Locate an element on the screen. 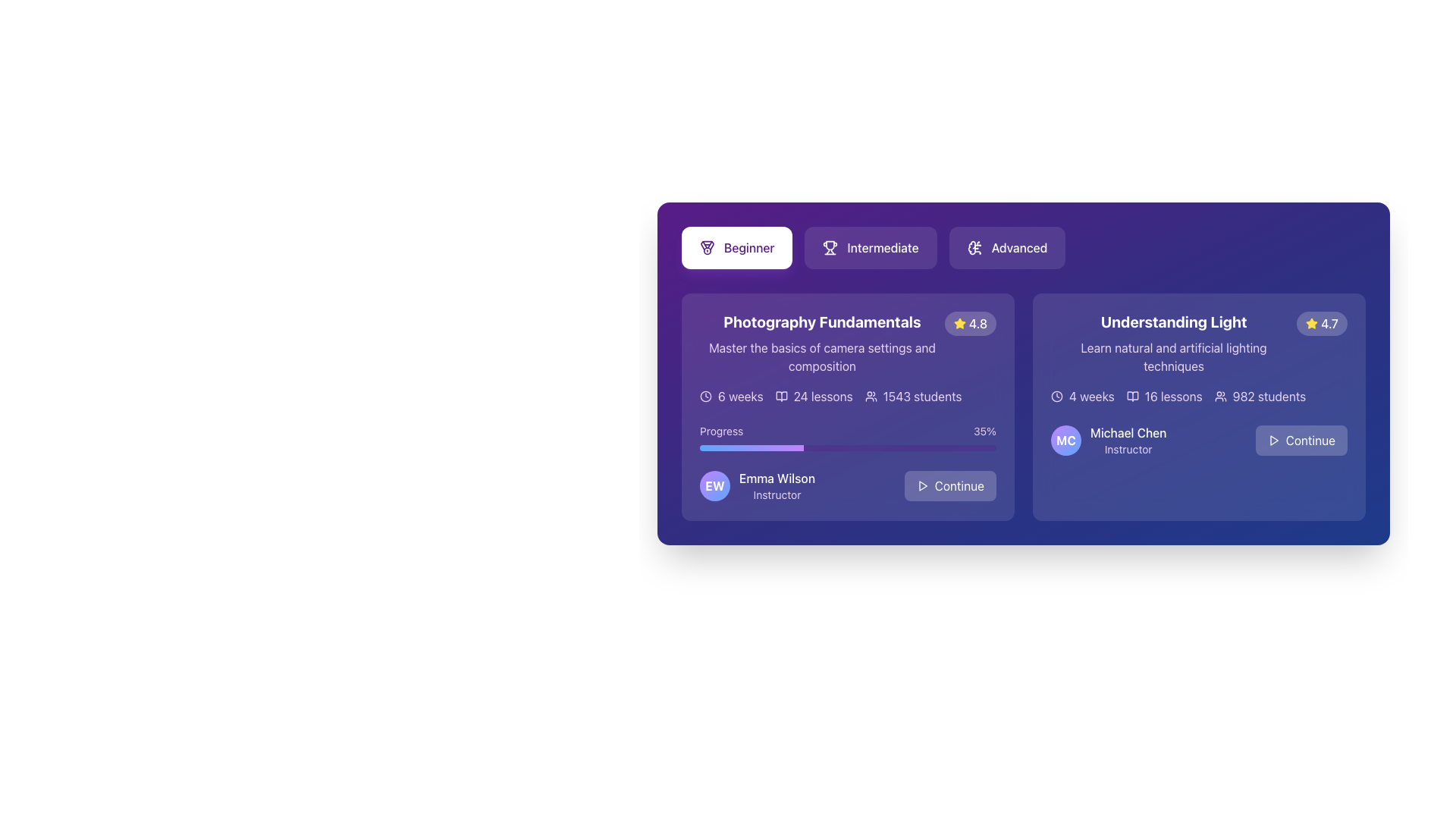 The height and width of the screenshot is (819, 1456). the decorative icon representing the 'Intermediate' category, which is part of a button labeled 'Intermediate' located near the top of the section is located at coordinates (830, 247).